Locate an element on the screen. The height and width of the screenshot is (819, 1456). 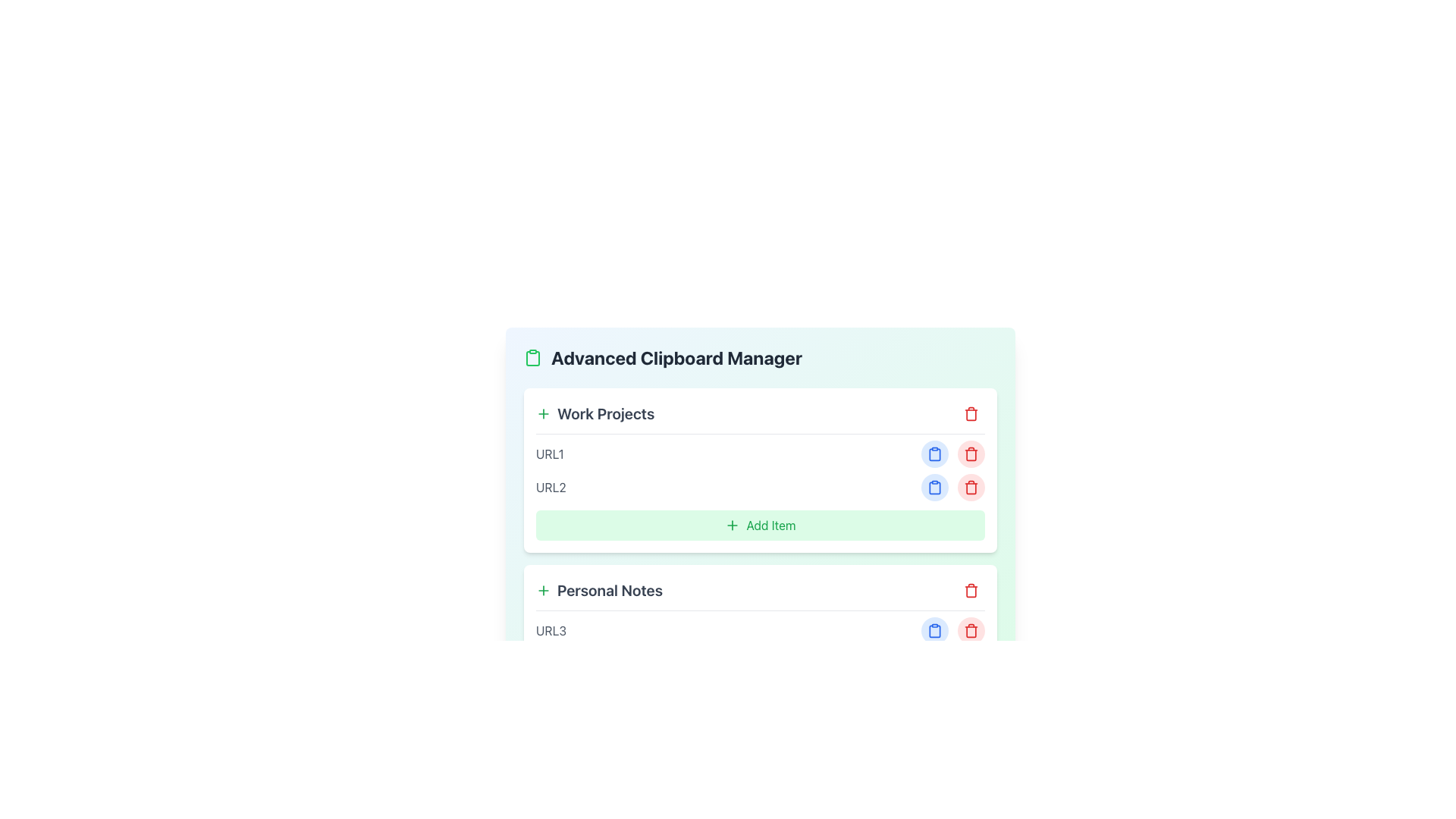
the 'Personal Notes' text label located in the lower section of the structured card interface, aligned to the left below 'Work Projects' is located at coordinates (598, 590).